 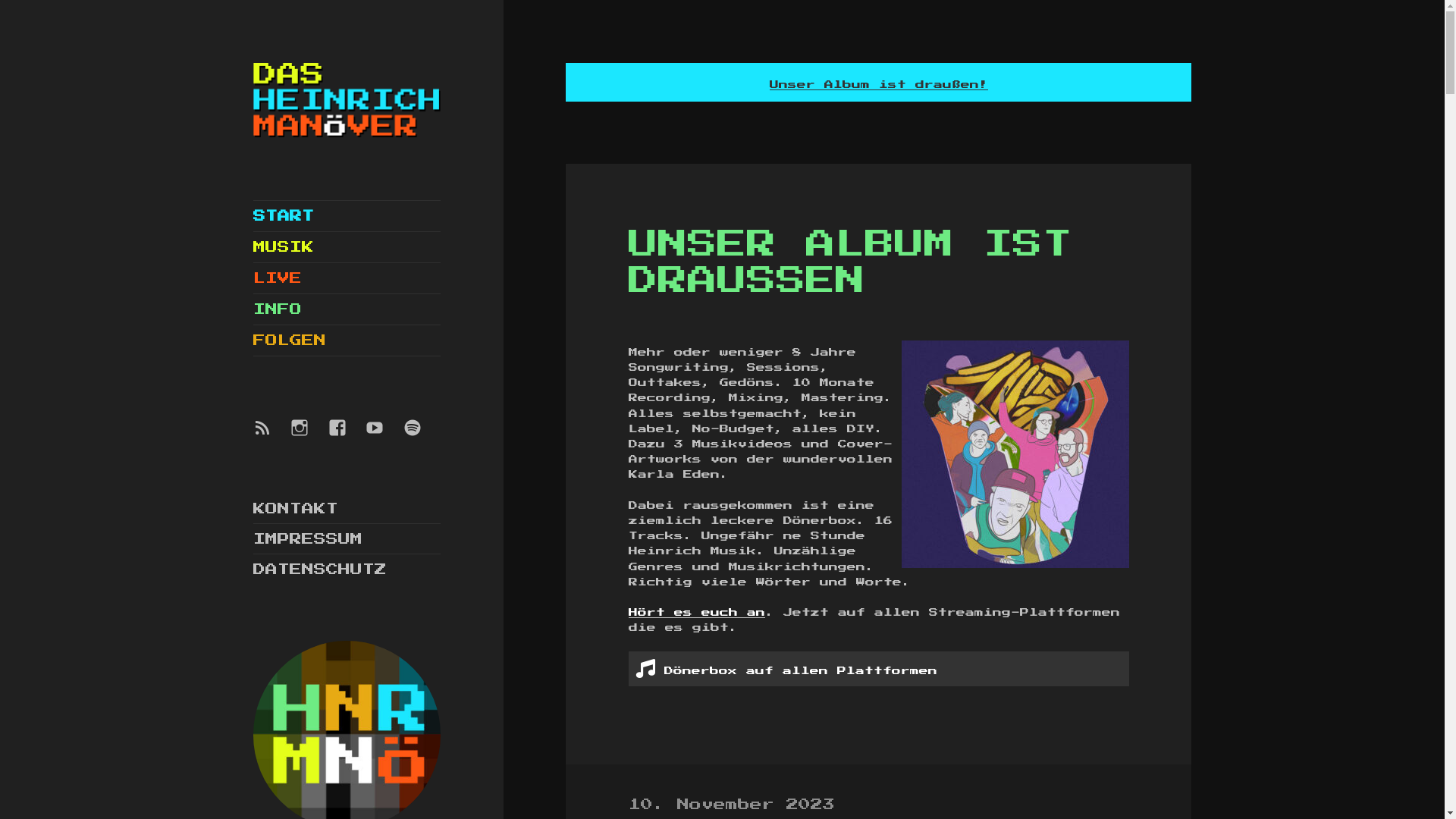 What do you see at coordinates (383, 436) in the screenshot?
I see `'YOUTUBE'` at bounding box center [383, 436].